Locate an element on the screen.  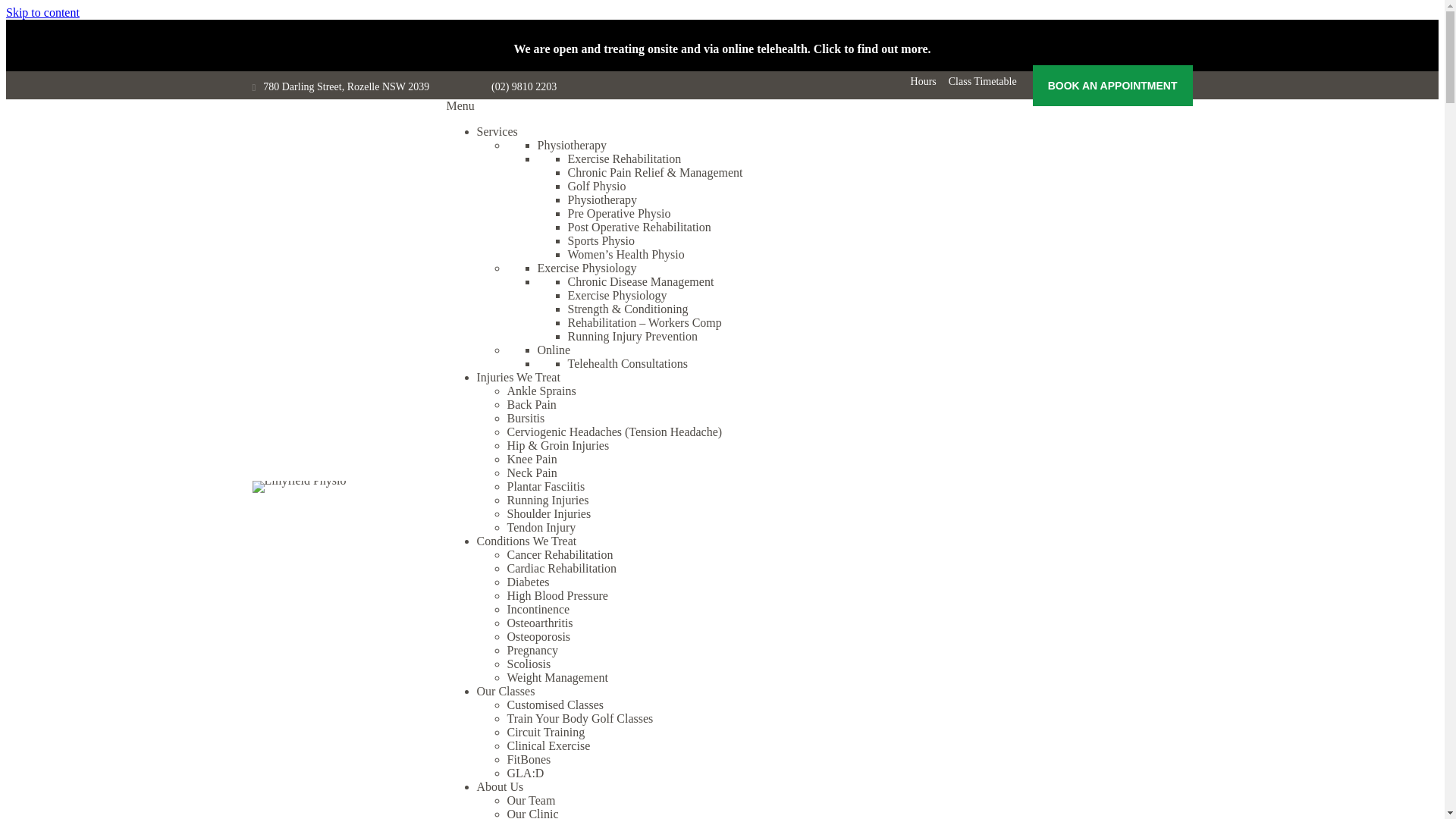
'780 Darling Street, Rozelle NSW 2039' is located at coordinates (345, 87).